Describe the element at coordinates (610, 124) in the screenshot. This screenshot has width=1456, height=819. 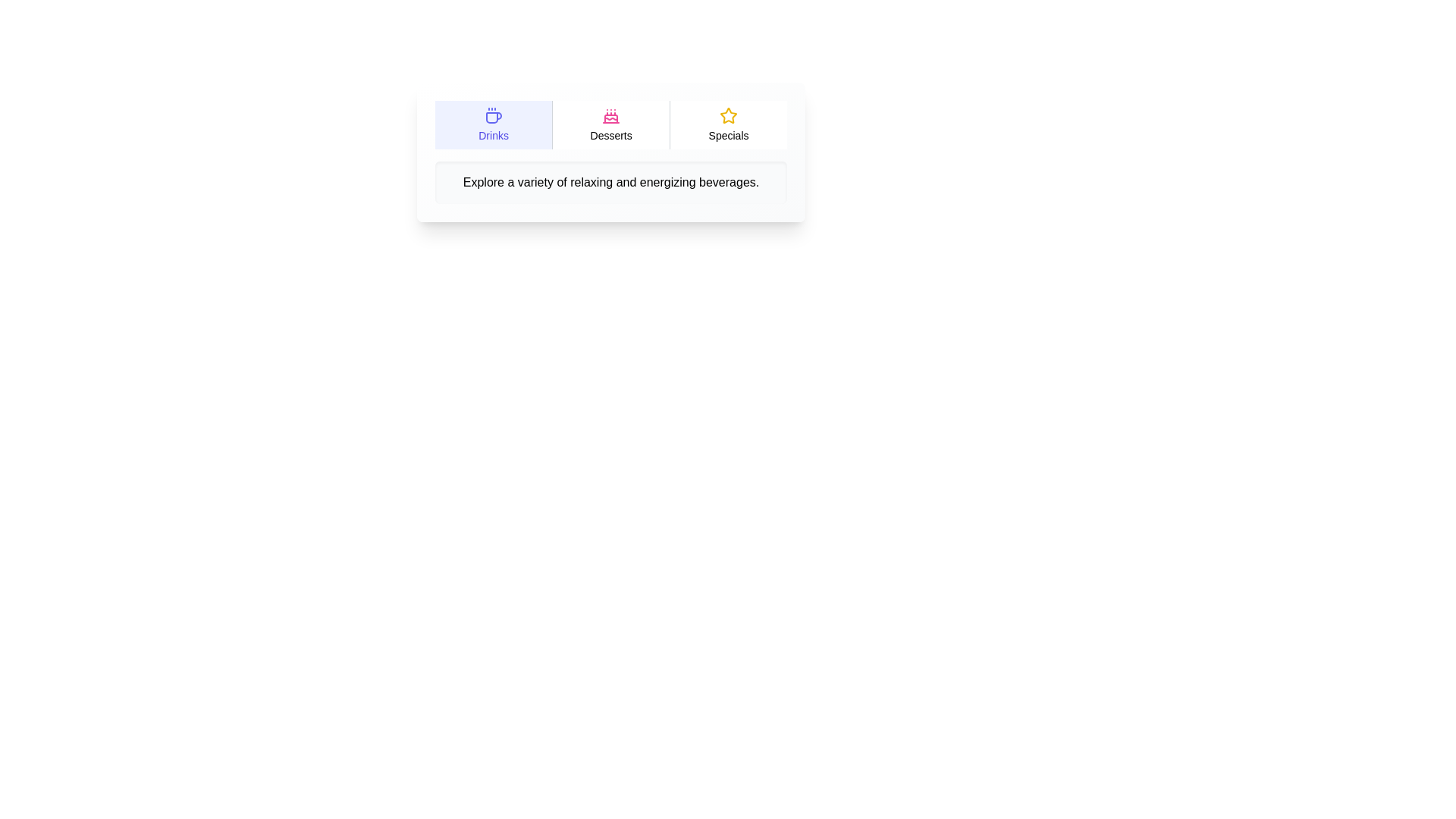
I see `the tab labeled Desserts and read its content` at that location.